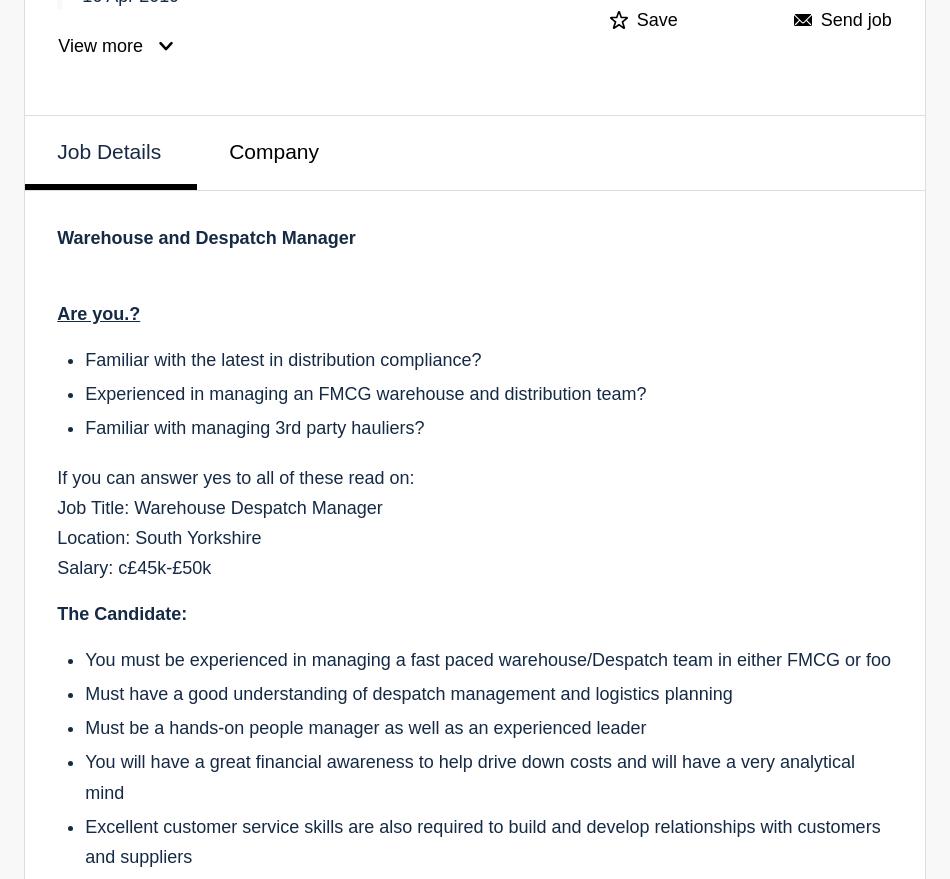 The image size is (950, 879). Describe the element at coordinates (468, 777) in the screenshot. I see `'You will have a great financial awareness to help drive down costs and will have a very analytical mind'` at that location.